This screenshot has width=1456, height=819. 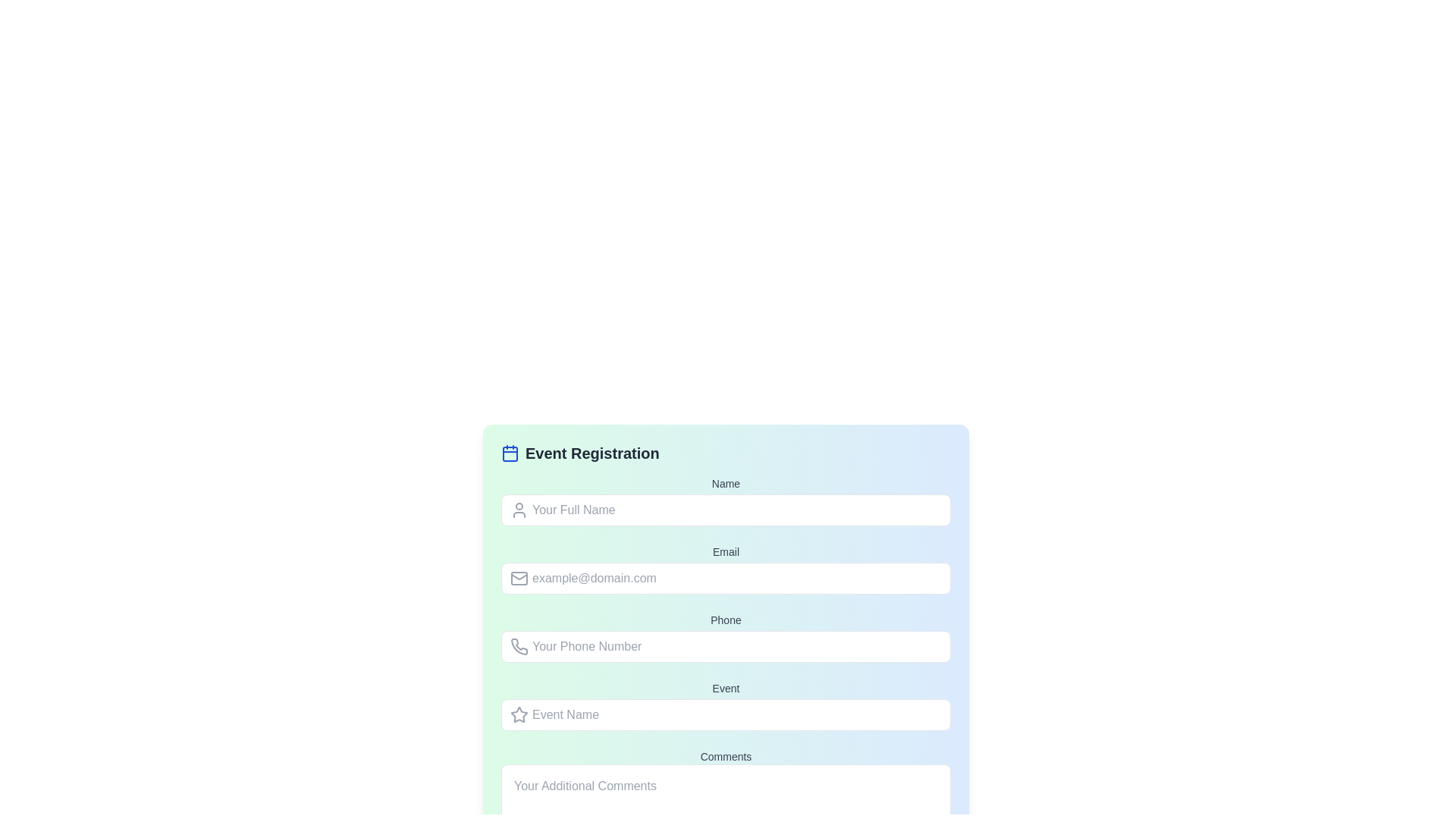 What do you see at coordinates (519, 714) in the screenshot?
I see `the gray star icon located to the left of the 'Event Name' input field, which is styled delicately and polished` at bounding box center [519, 714].